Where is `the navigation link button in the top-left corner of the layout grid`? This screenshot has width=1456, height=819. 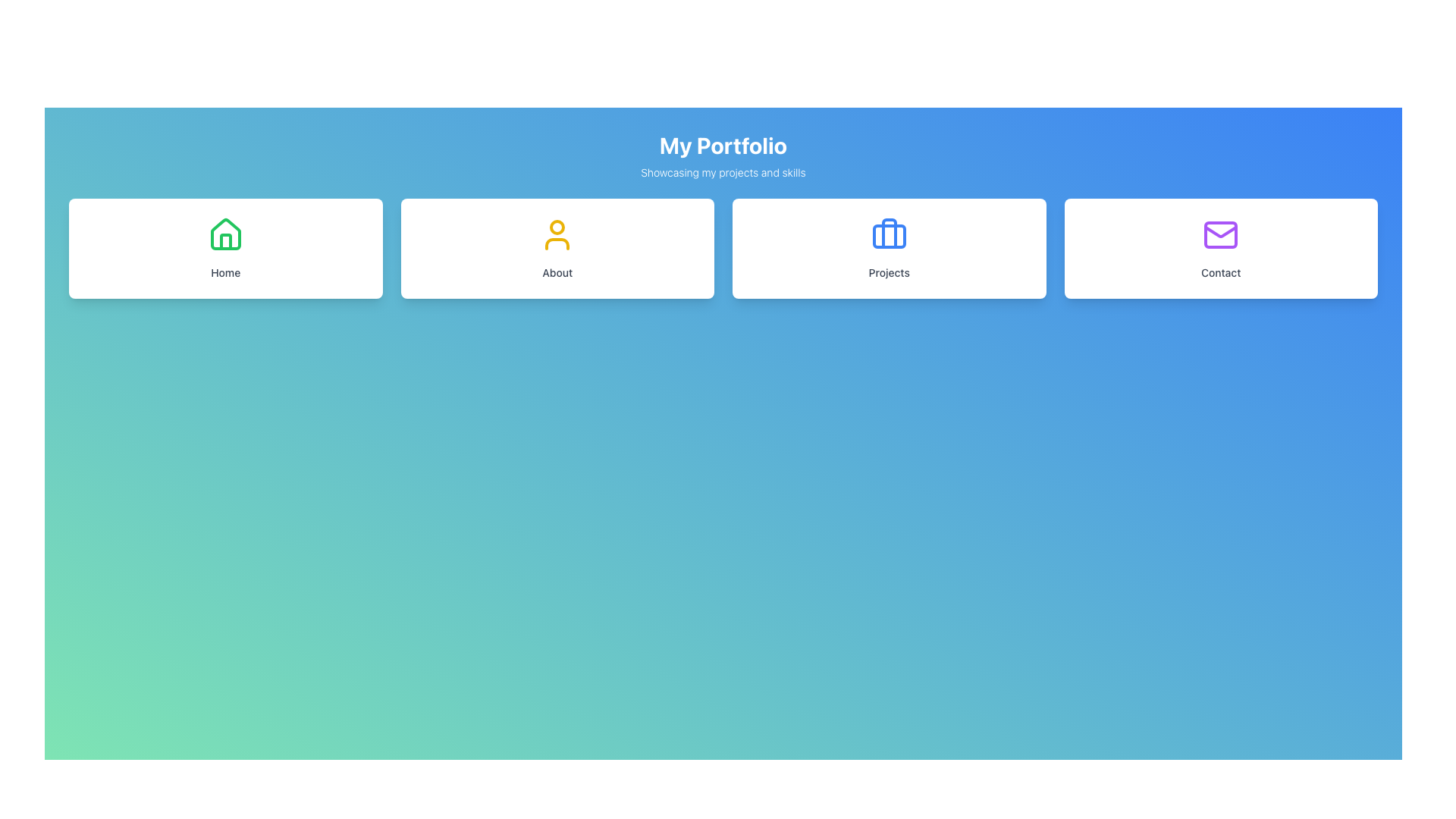 the navigation link button in the top-left corner of the layout grid is located at coordinates (224, 247).